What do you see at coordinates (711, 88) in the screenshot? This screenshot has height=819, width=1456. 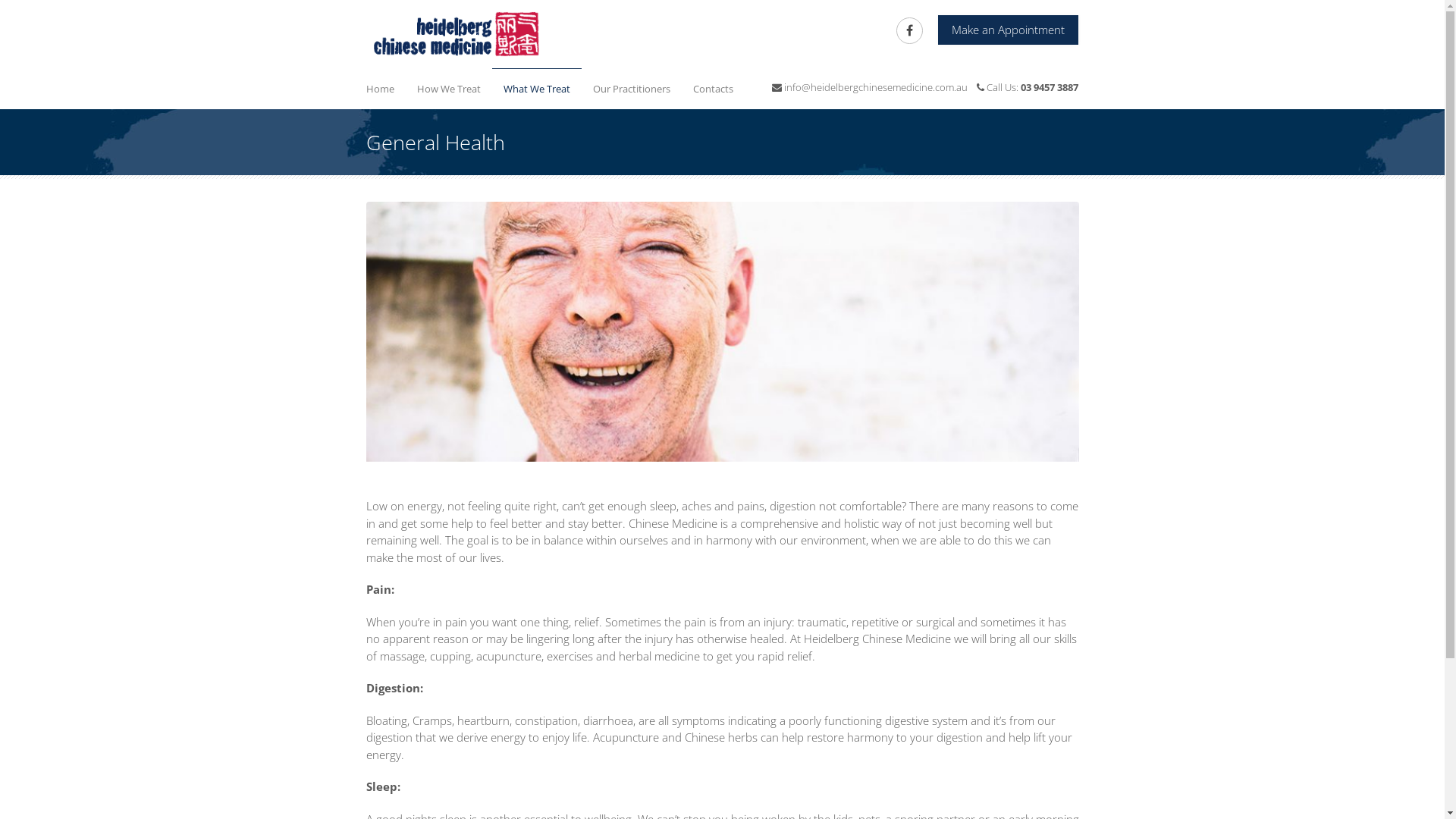 I see `'Contacts'` at bounding box center [711, 88].